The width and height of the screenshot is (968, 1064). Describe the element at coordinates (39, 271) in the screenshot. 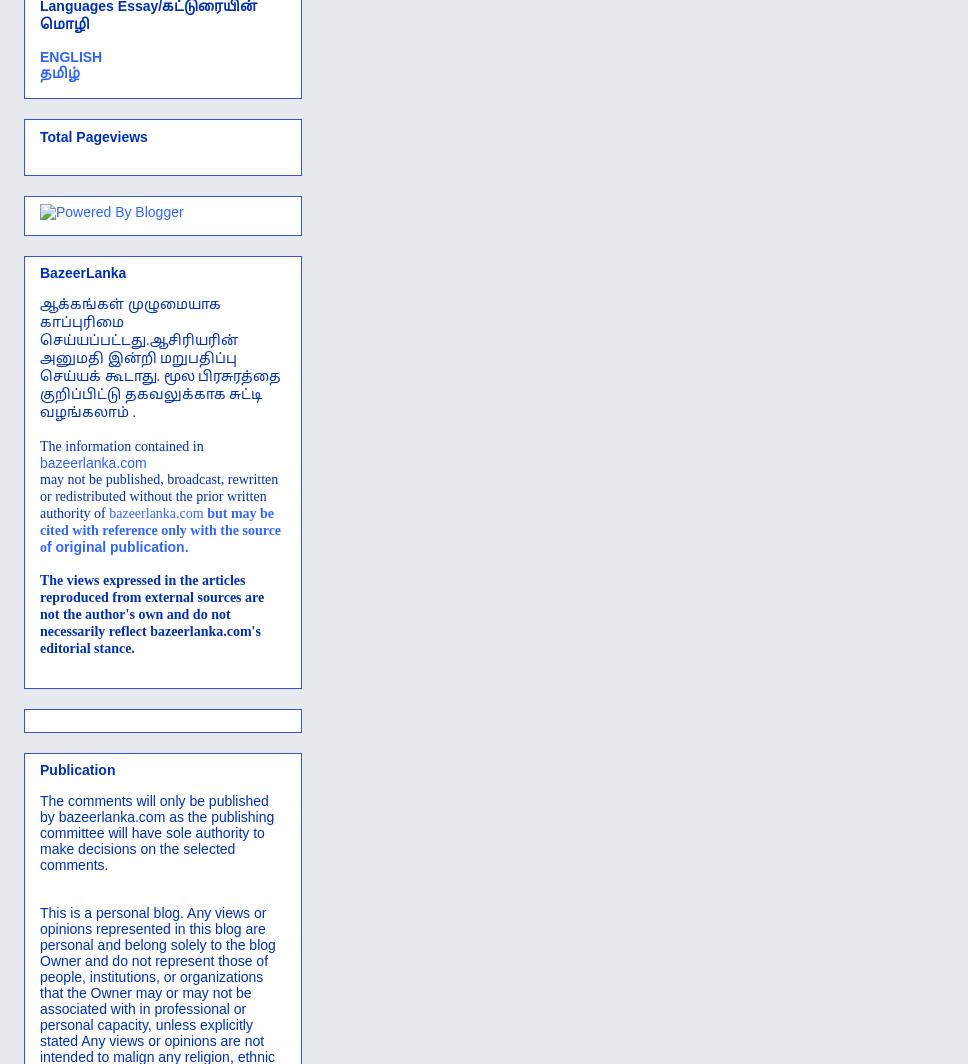

I see `'BazeerLanka'` at that location.